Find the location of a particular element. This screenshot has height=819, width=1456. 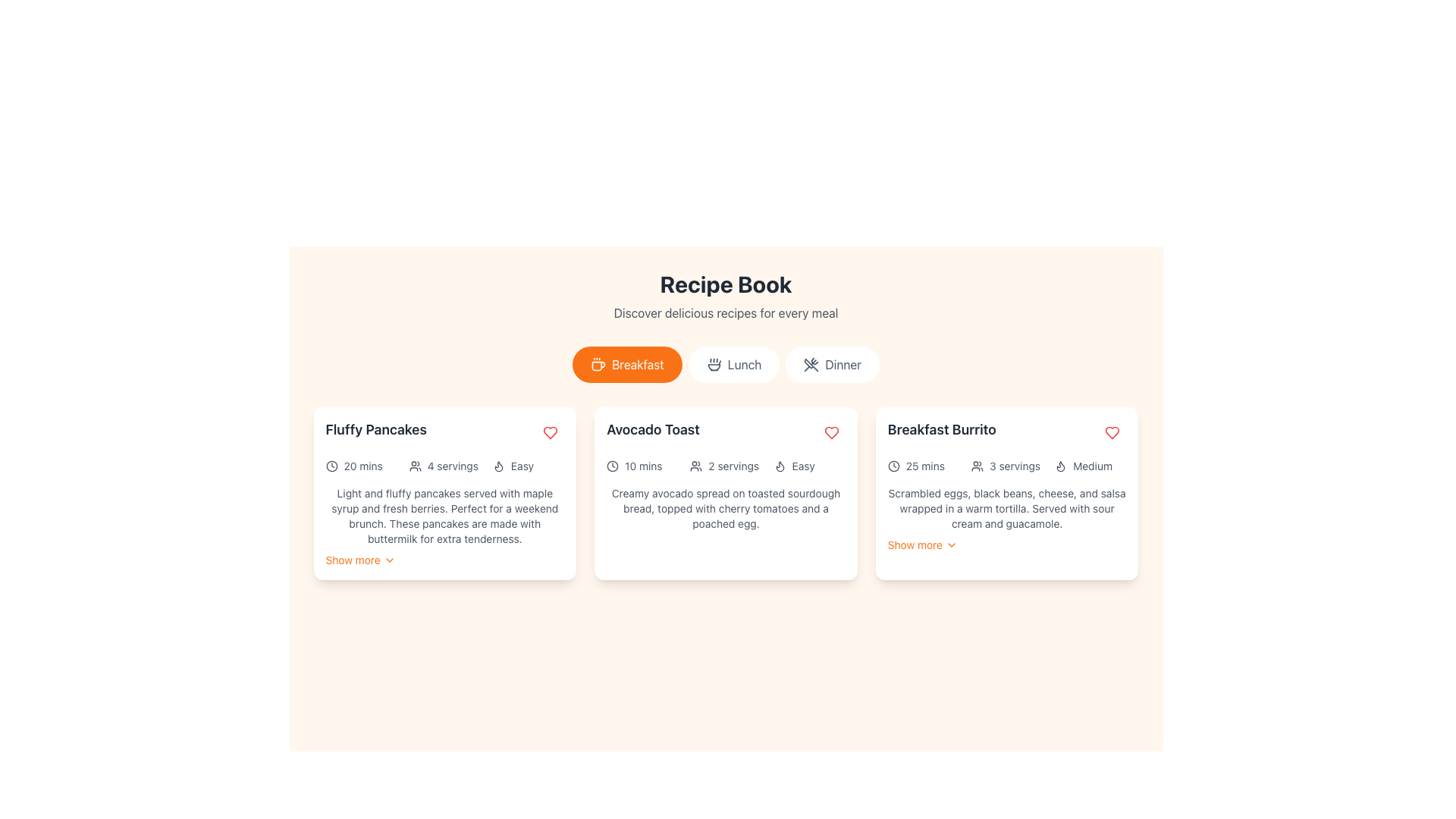

the text label displaying '2 servings' located in the Avocado Toast card, which is situated below the title and to the right of the user icon is located at coordinates (733, 465).